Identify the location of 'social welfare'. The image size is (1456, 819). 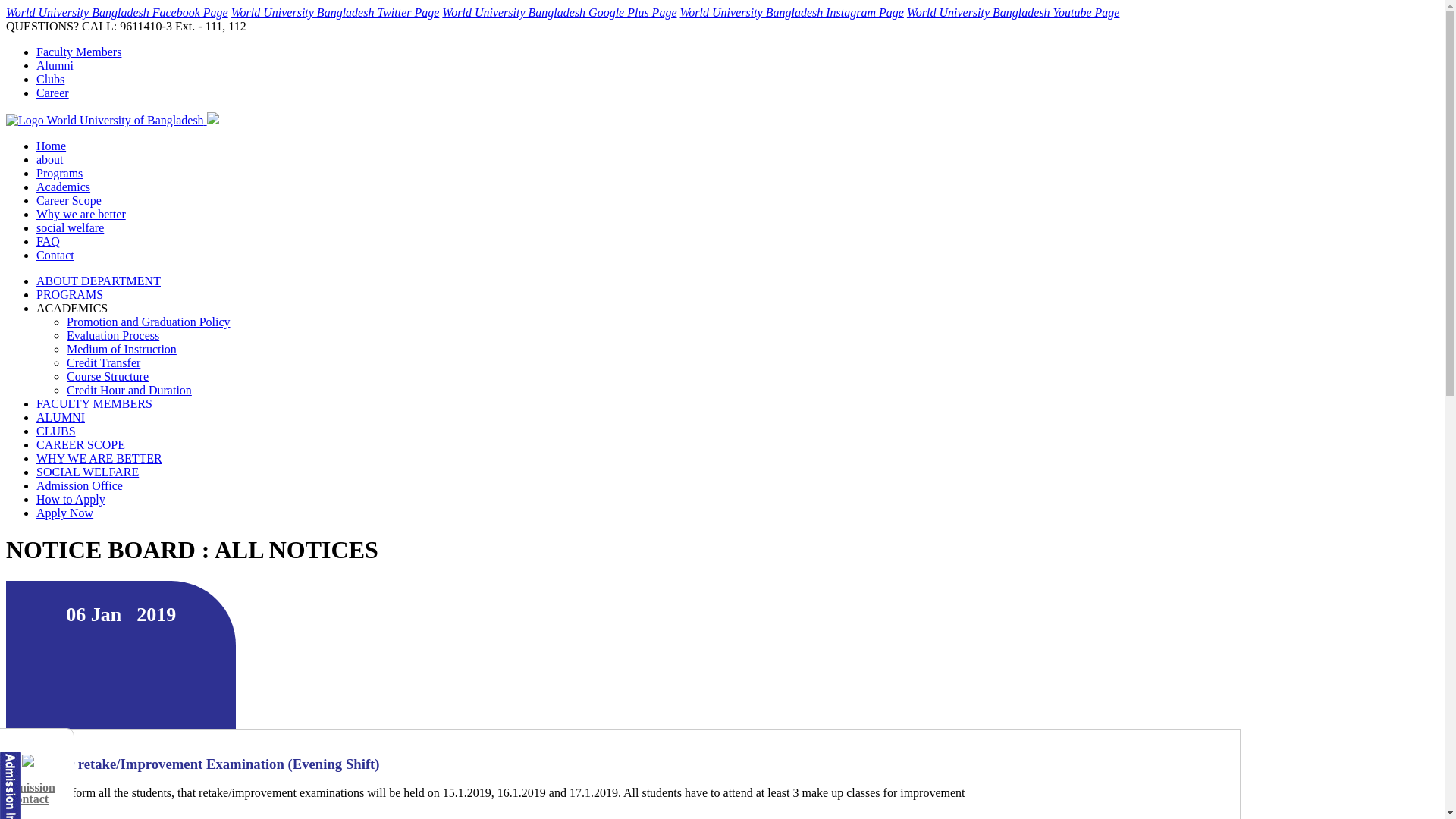
(69, 227).